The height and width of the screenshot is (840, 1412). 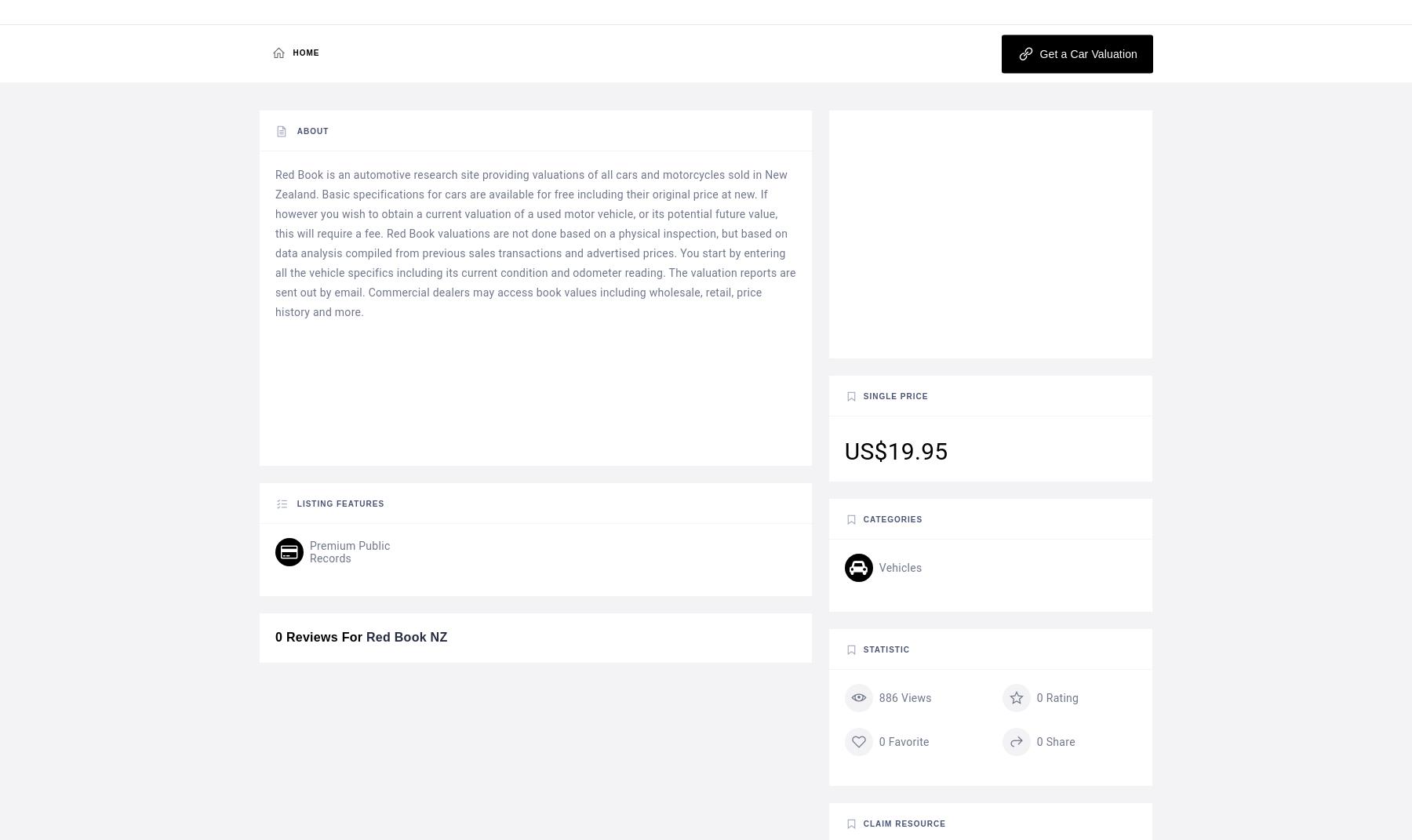 I want to click on '0 Favorite', so click(x=903, y=740).